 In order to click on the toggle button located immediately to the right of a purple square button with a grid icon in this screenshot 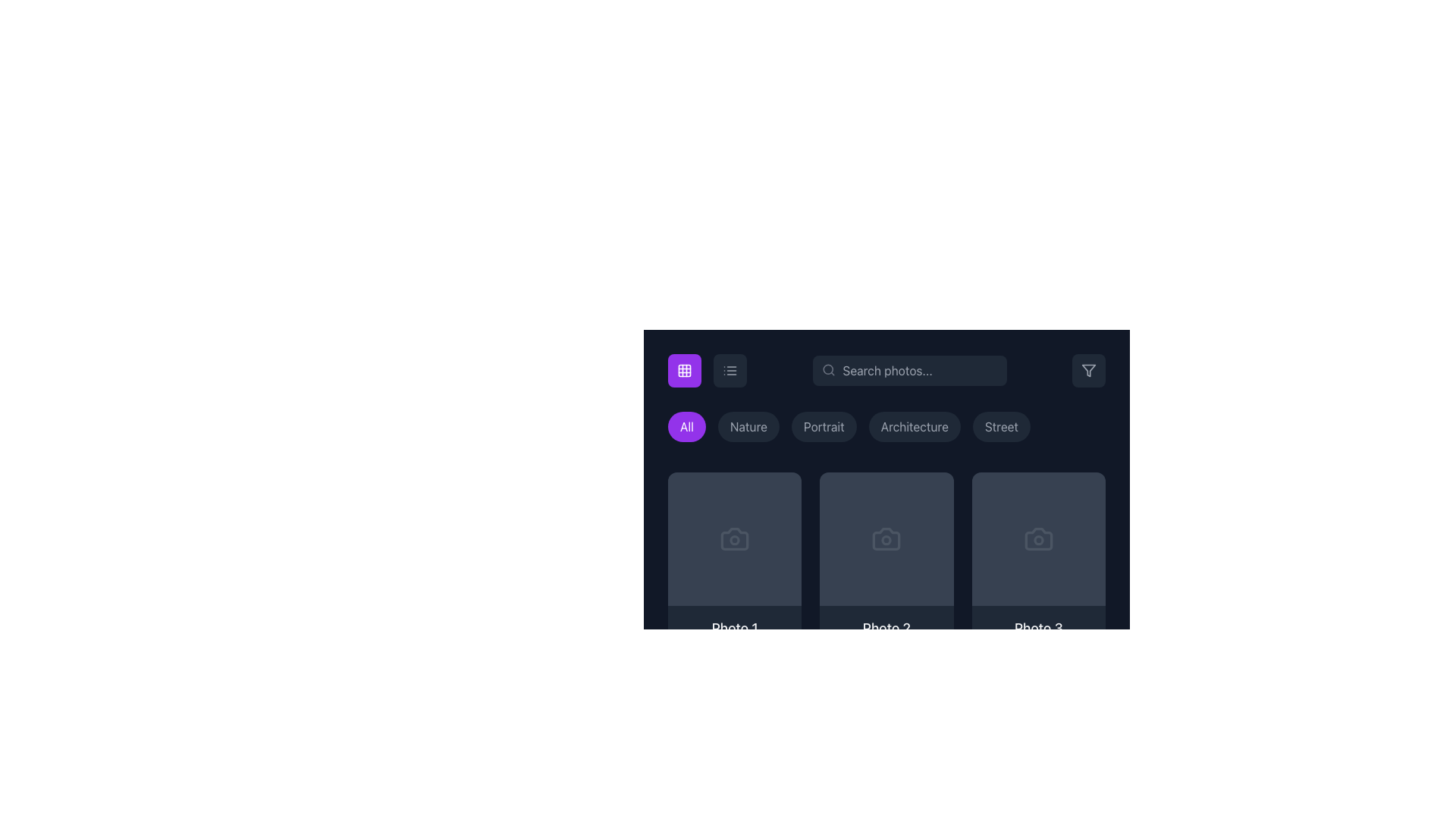, I will do `click(730, 371)`.